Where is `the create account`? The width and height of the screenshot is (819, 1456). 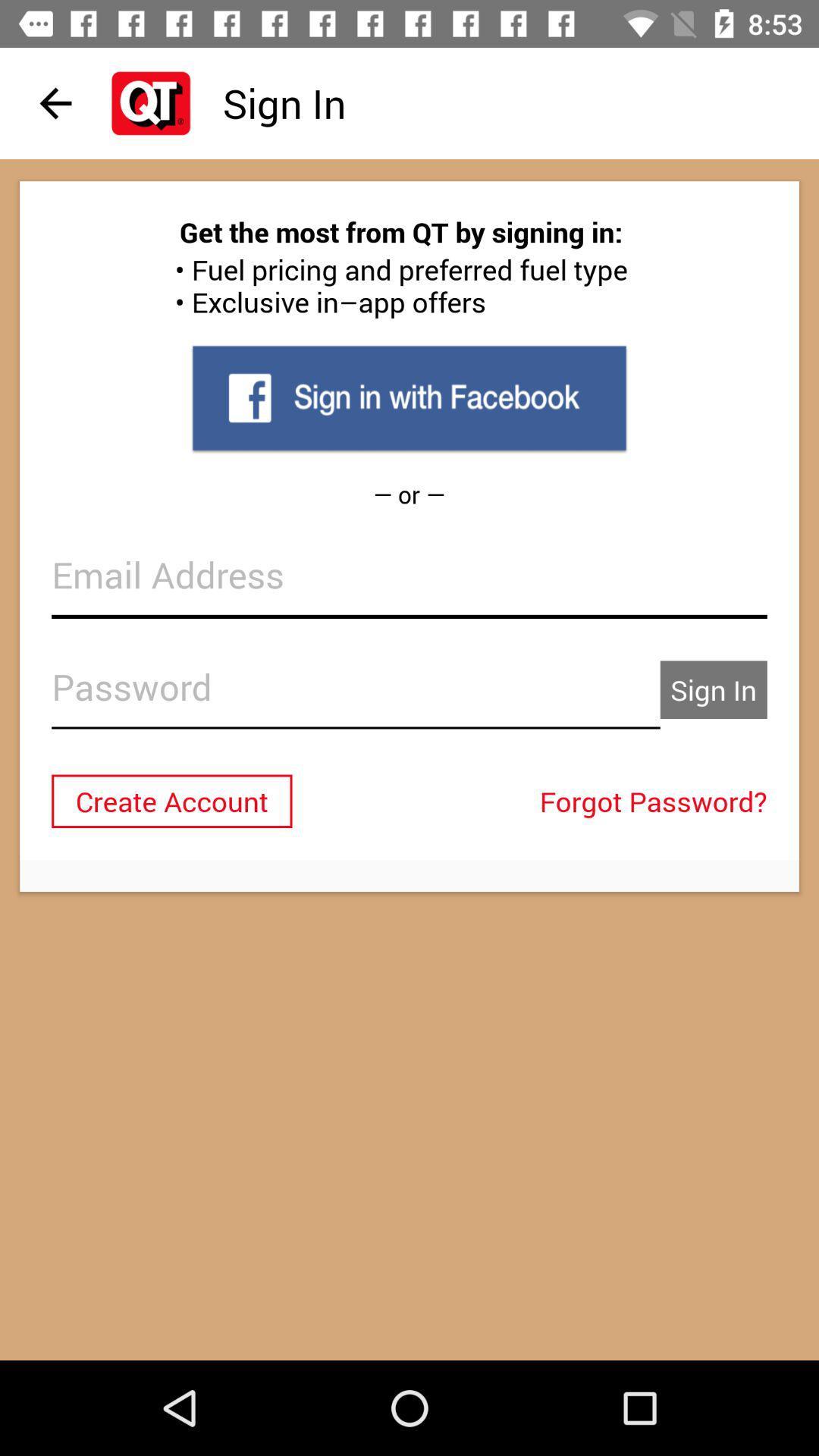 the create account is located at coordinates (171, 800).